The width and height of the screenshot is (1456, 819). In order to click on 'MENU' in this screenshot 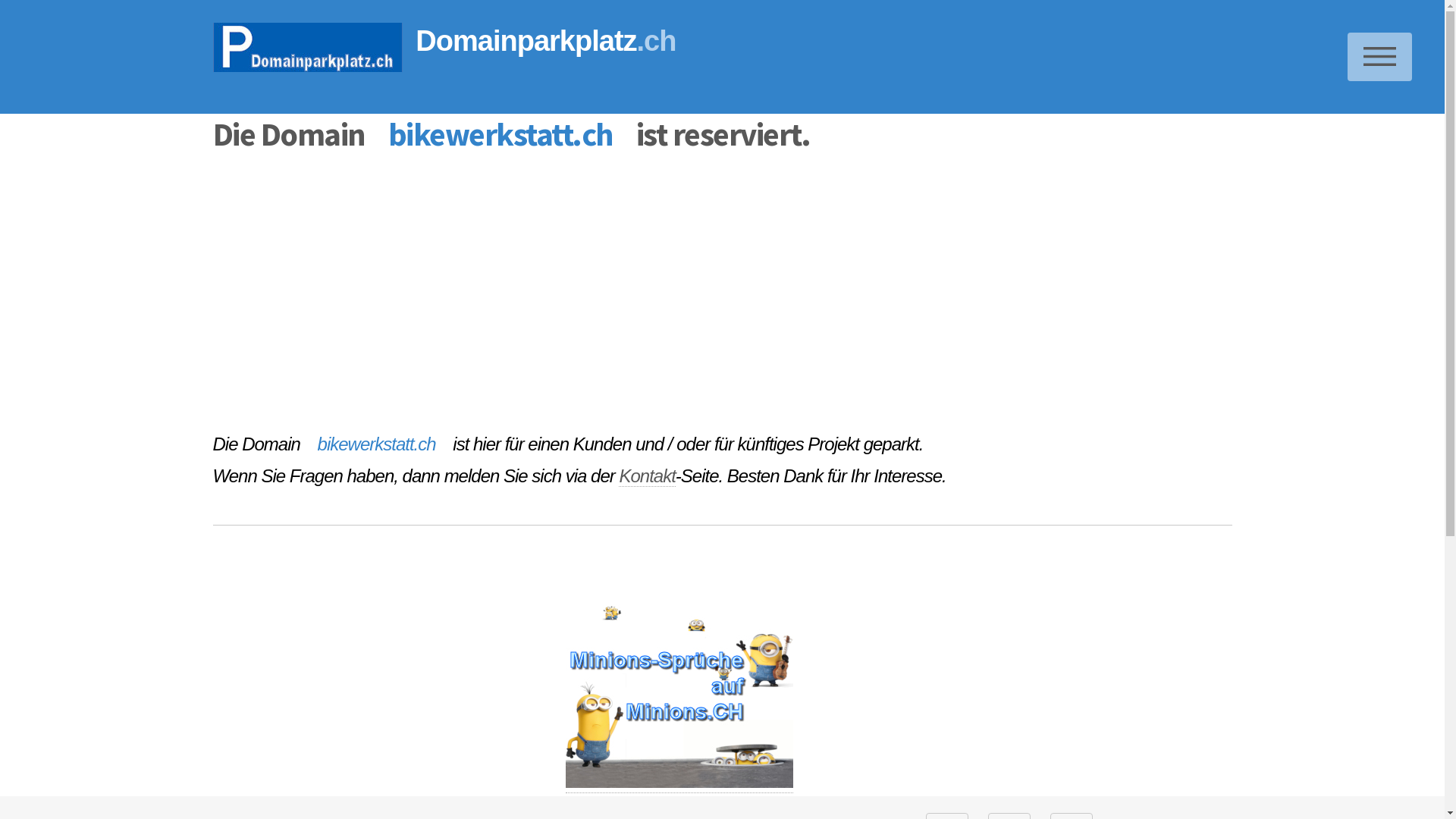, I will do `click(1379, 55)`.